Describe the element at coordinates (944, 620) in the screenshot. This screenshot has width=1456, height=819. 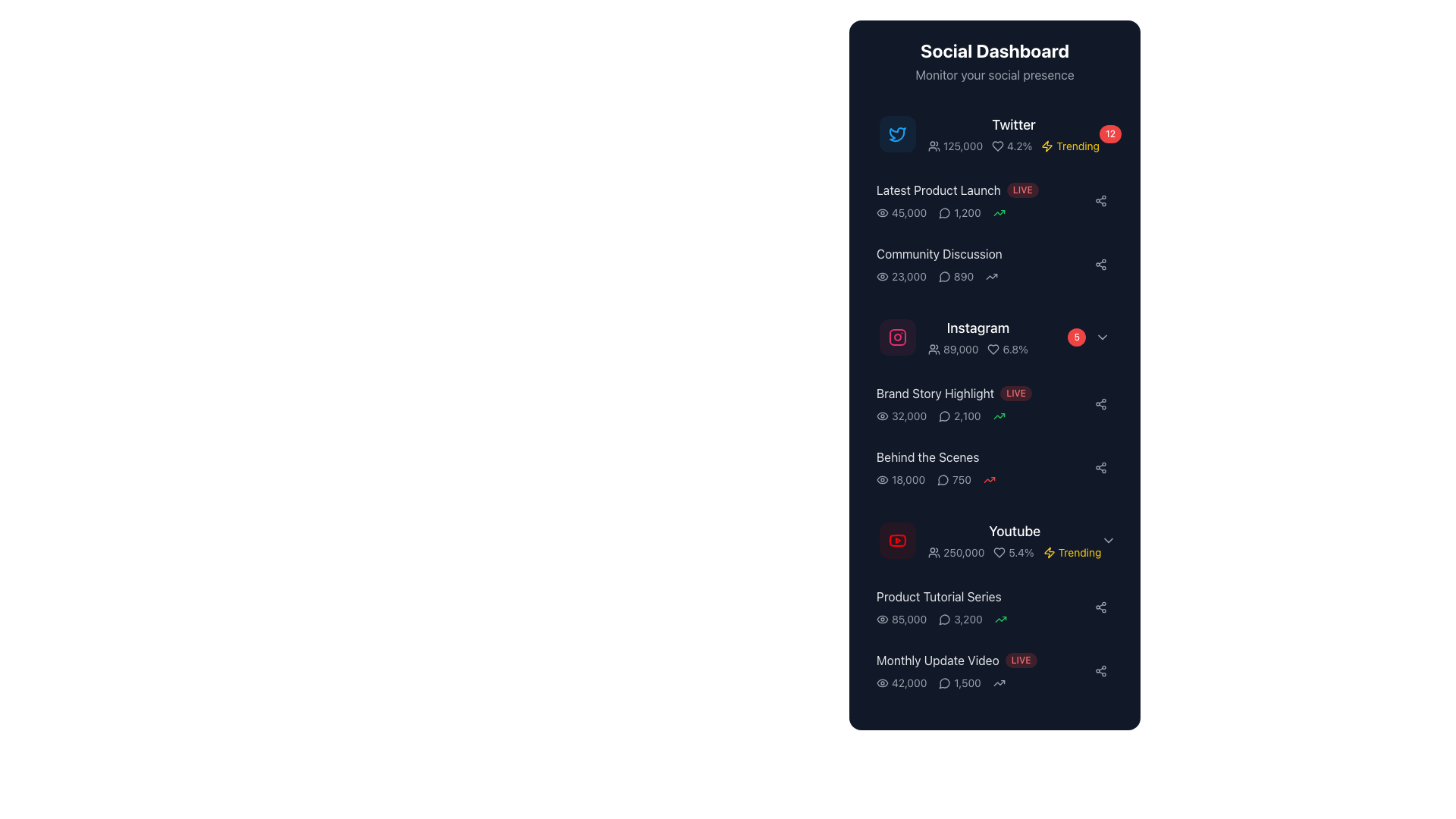
I see `the comment indicator icon located next to the text '3,200' in the 'Product Tutorial Series' section` at that location.